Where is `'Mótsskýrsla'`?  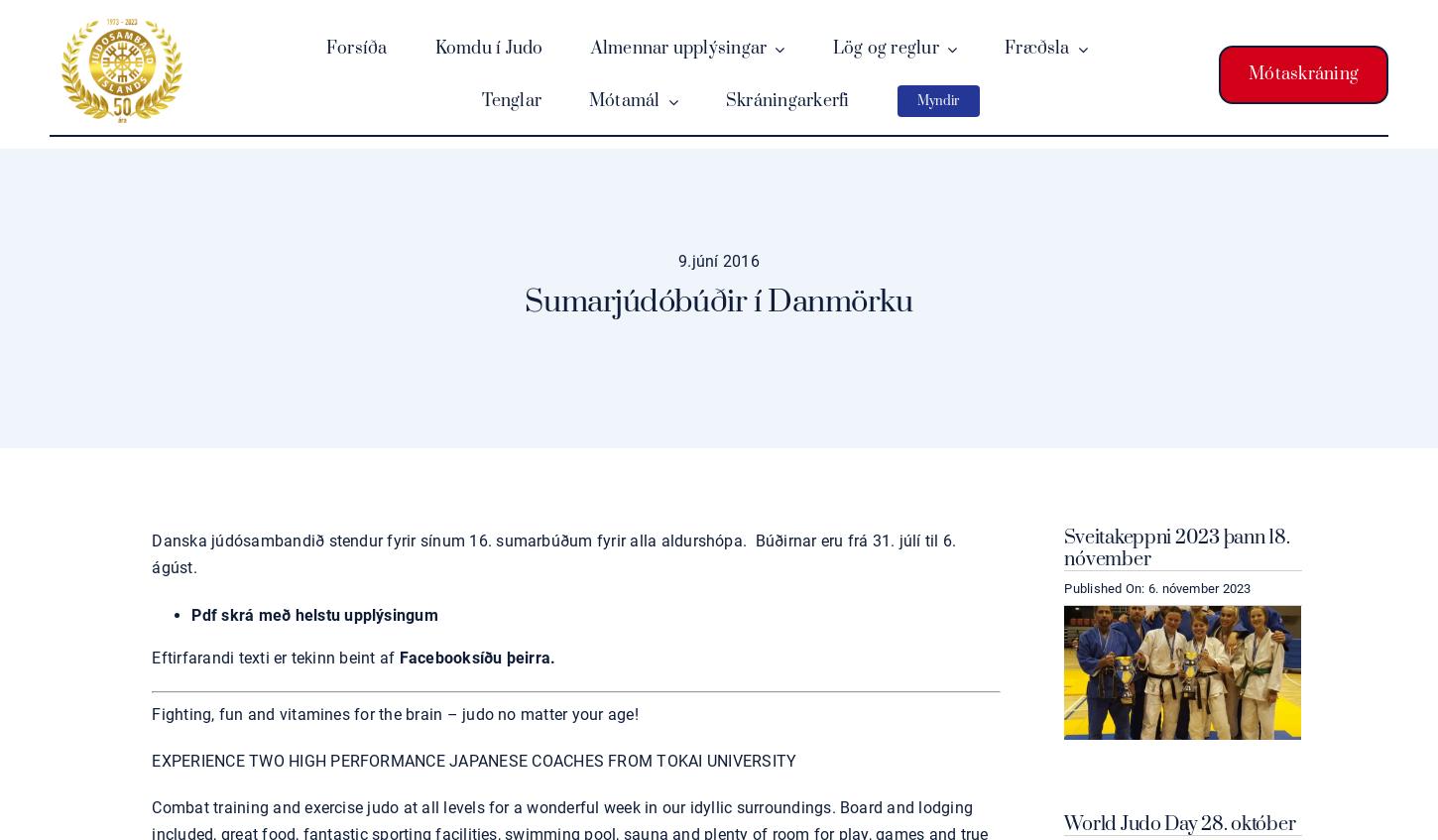
'Mótsskýrsla' is located at coordinates (649, 254).